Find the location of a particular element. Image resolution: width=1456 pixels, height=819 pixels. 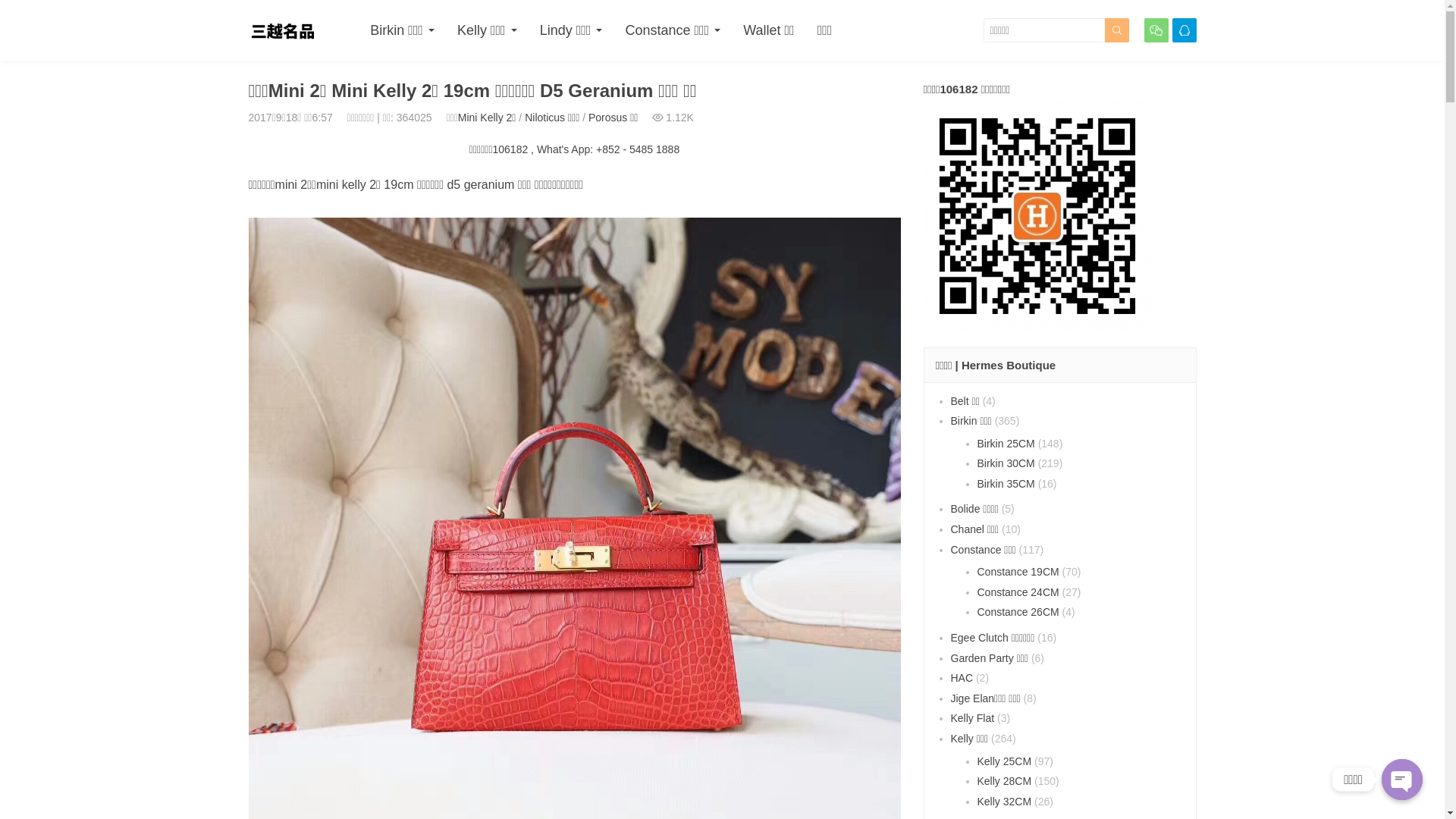

'Kelly 28CM' is located at coordinates (1004, 780).